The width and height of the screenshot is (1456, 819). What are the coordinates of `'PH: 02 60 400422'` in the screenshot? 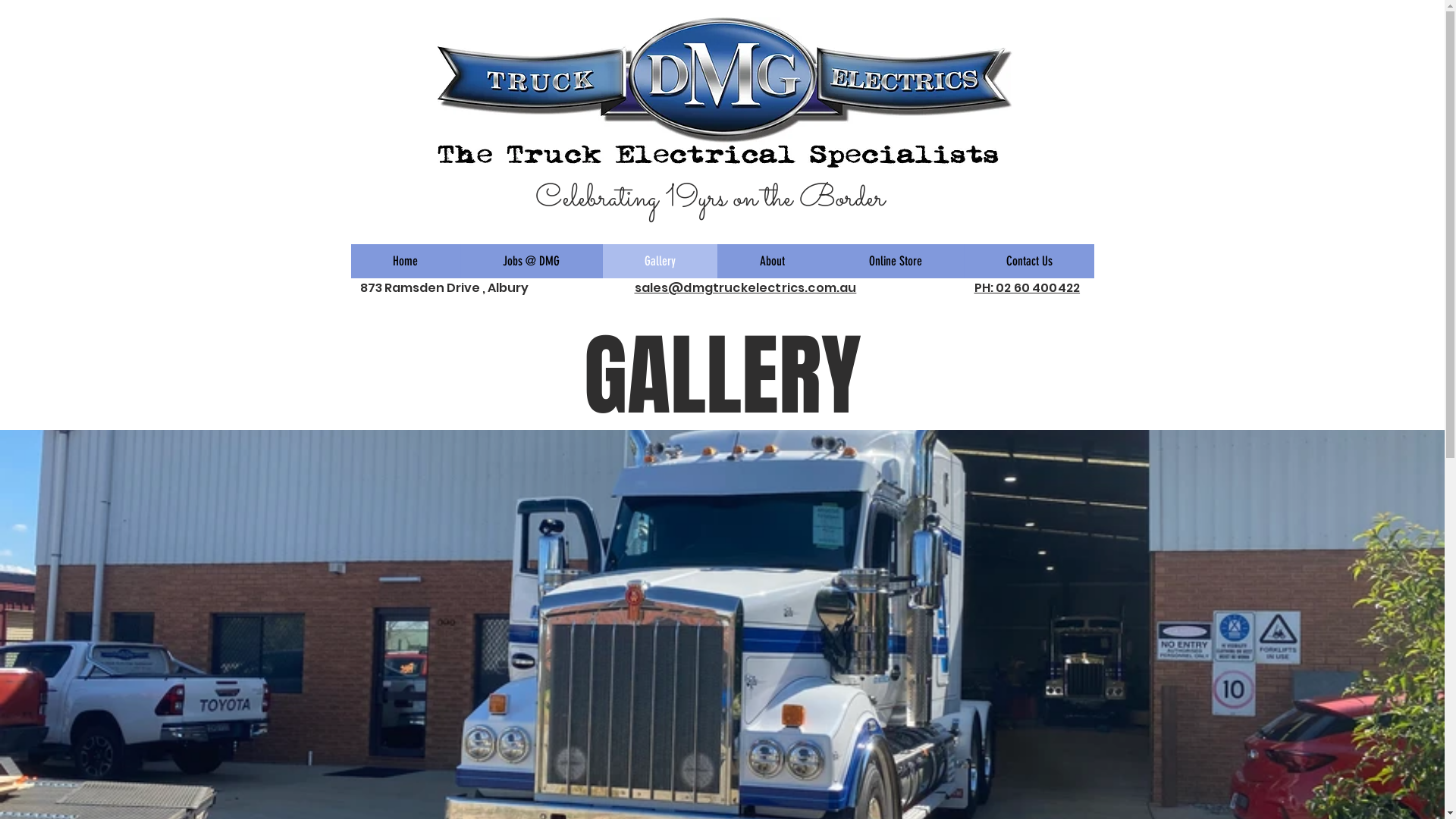 It's located at (973, 287).